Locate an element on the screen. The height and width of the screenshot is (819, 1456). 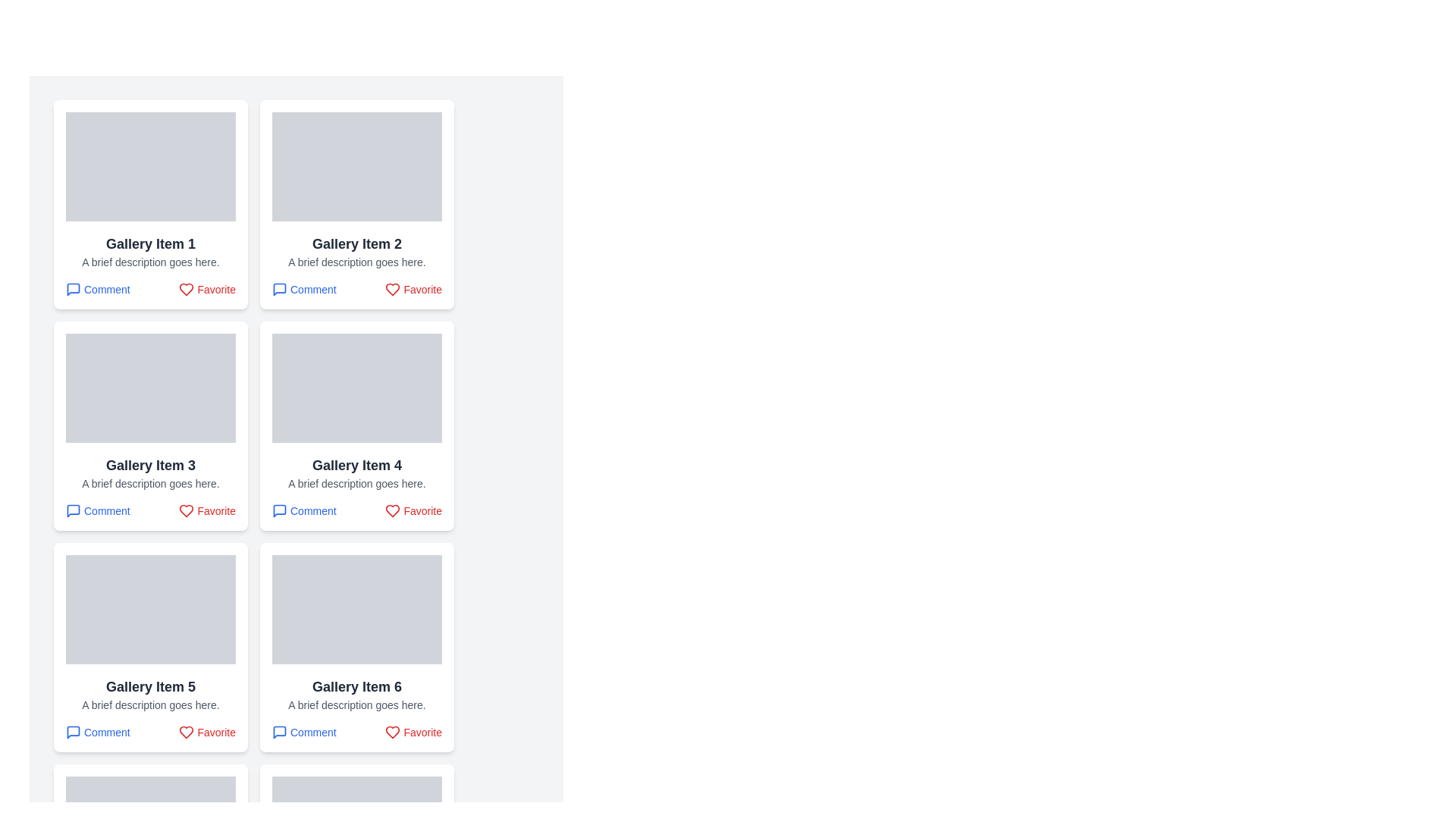
the comment icon located to the left of the text 'Comment' in the first card of the gallery items is located at coordinates (72, 289).